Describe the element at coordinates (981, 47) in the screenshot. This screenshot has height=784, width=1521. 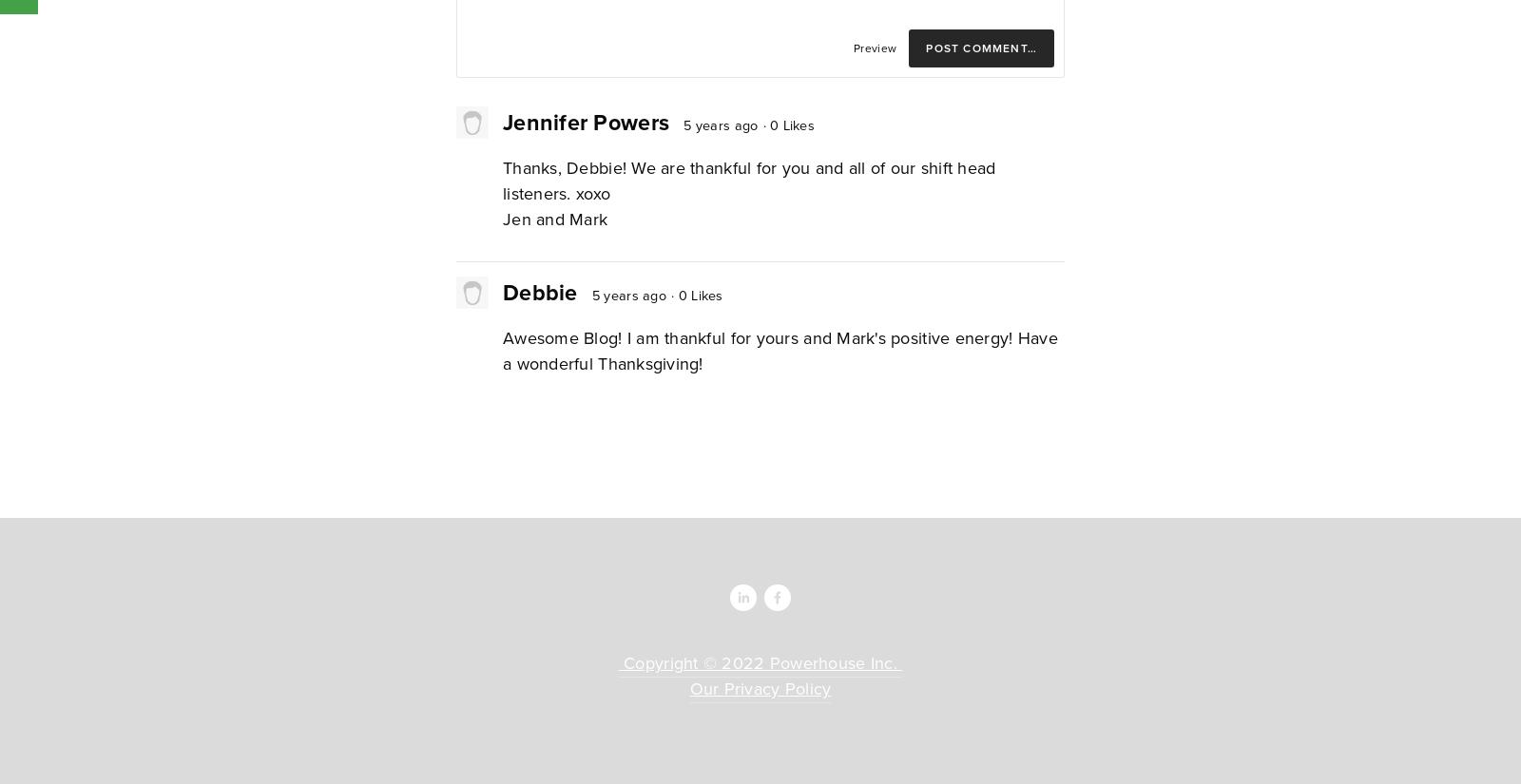
I see `'Post Comment…'` at that location.